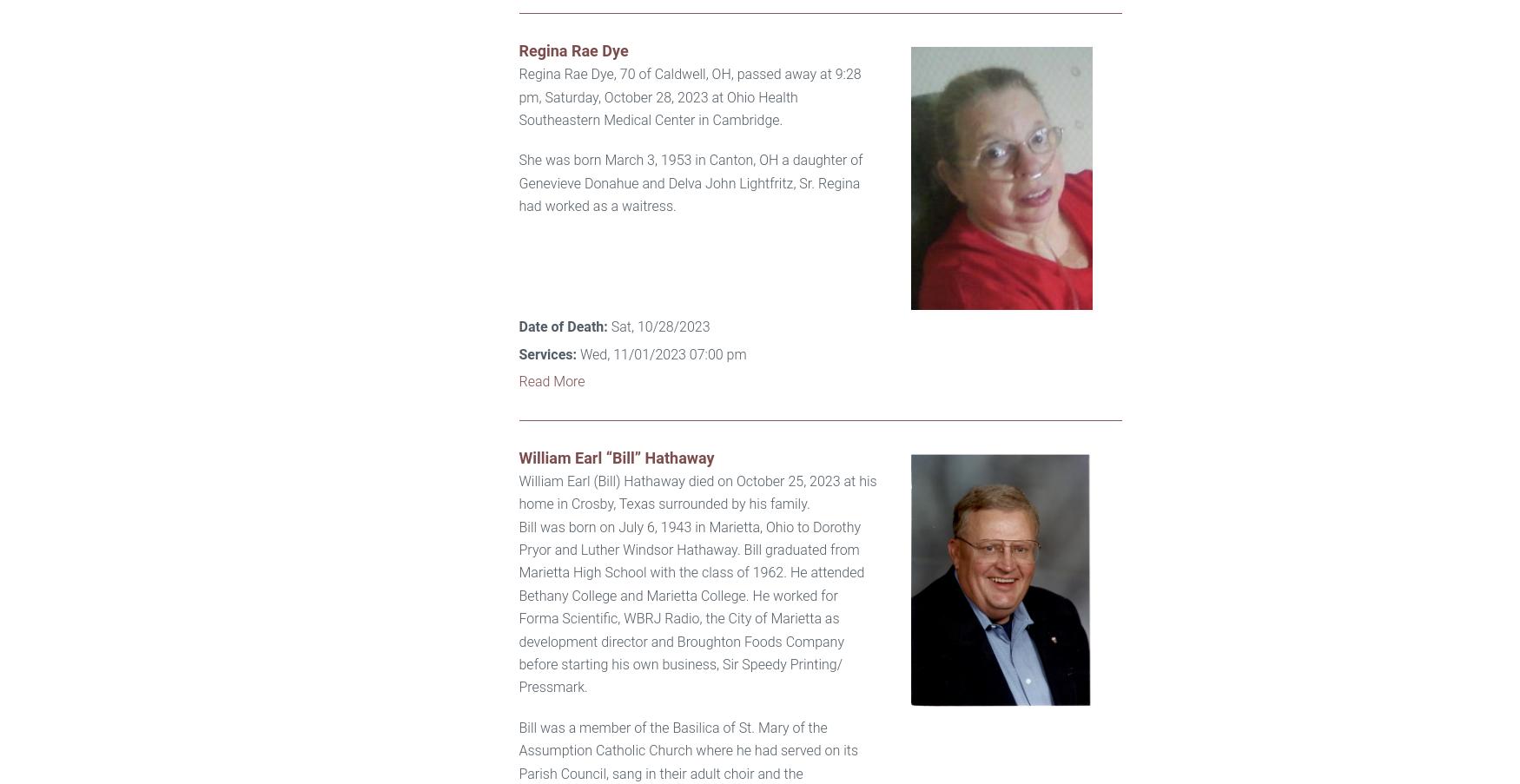 The image size is (1520, 784). Describe the element at coordinates (575, 352) in the screenshot. I see `'Wed, 11/01/2023 07:00 pm'` at that location.